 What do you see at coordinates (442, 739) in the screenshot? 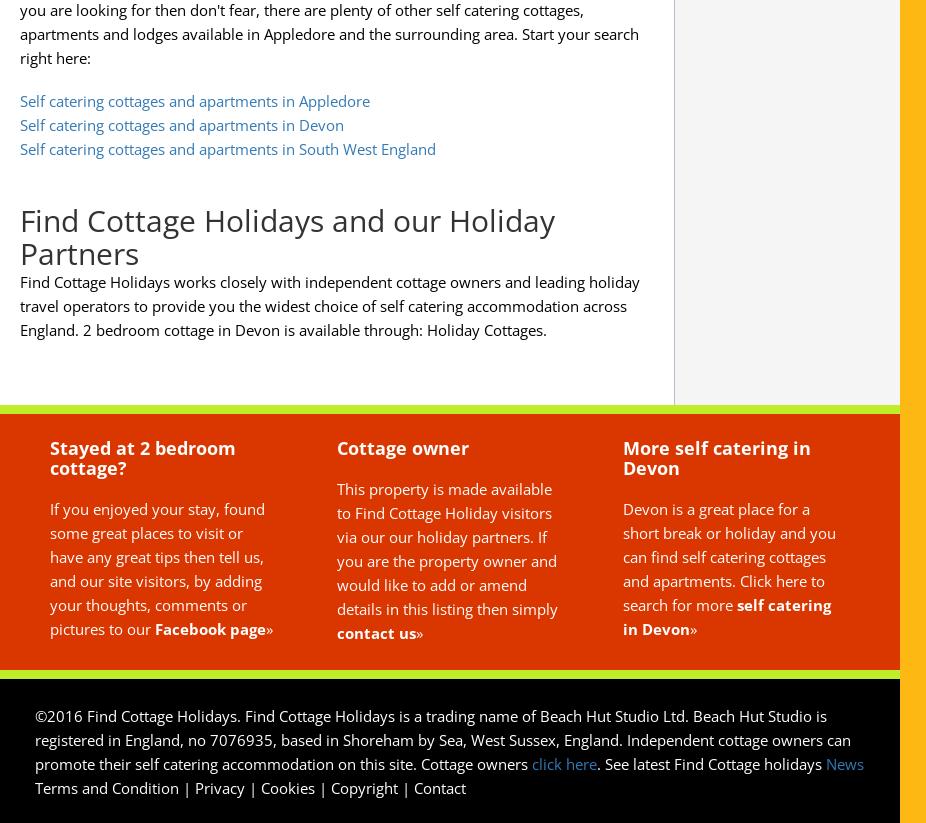
I see `'©2016 Find Cottage Holidays. Find Cottage Holidays is a trading name of Beach Hut Studio Ltd. Beach Hut Studio is registered in England, no 7076935, based in Shoreham by Sea, West Sussex, England. Independent cottage owners can promote their self catering accommodation on this site. Cottage owners'` at bounding box center [442, 739].